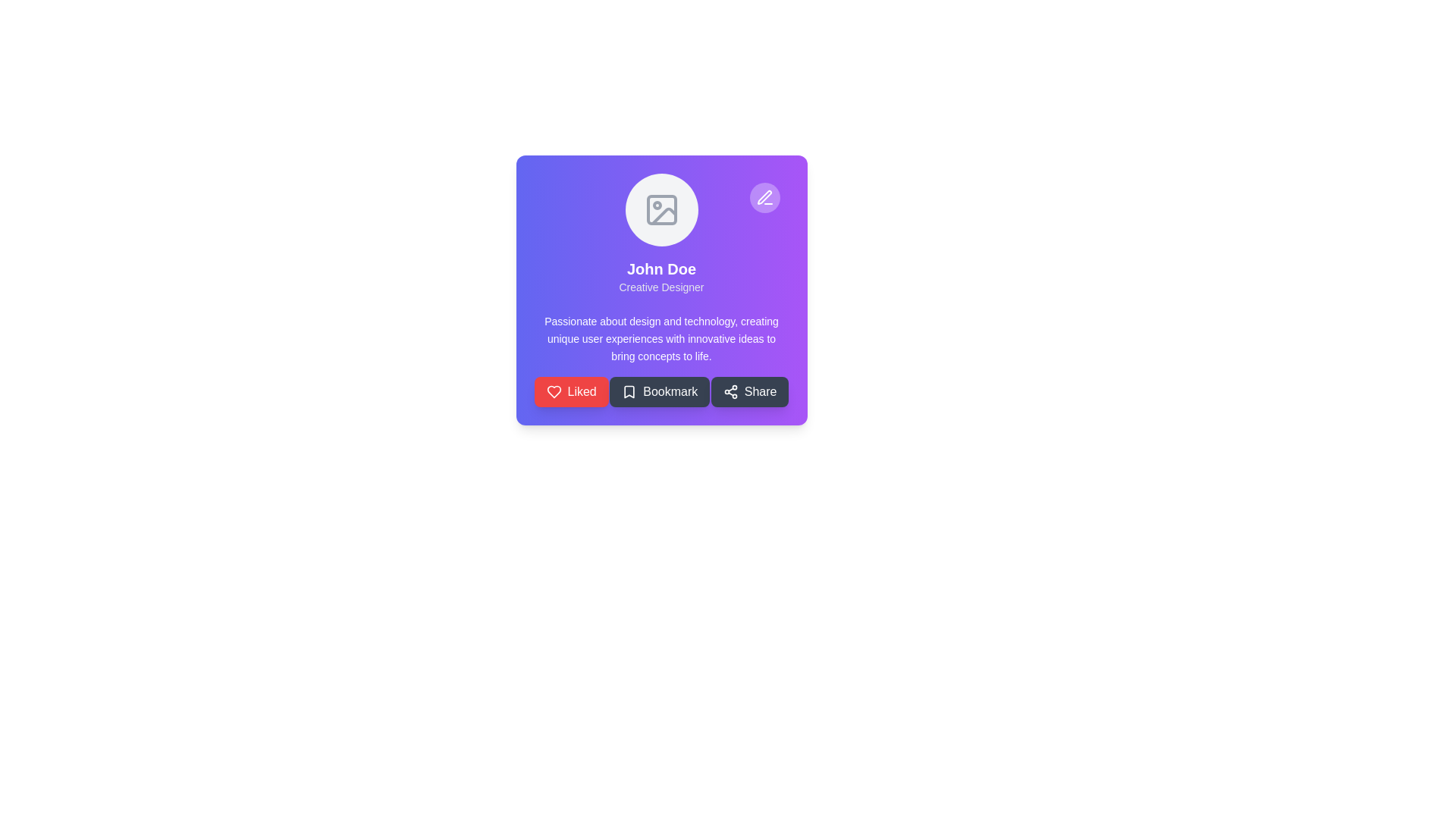  Describe the element at coordinates (730, 391) in the screenshot. I see `the share icon, which is represented by three connected circles forming a triangular arrangement, located to the left of the 'Share' text label on a gray rectangular button` at that location.